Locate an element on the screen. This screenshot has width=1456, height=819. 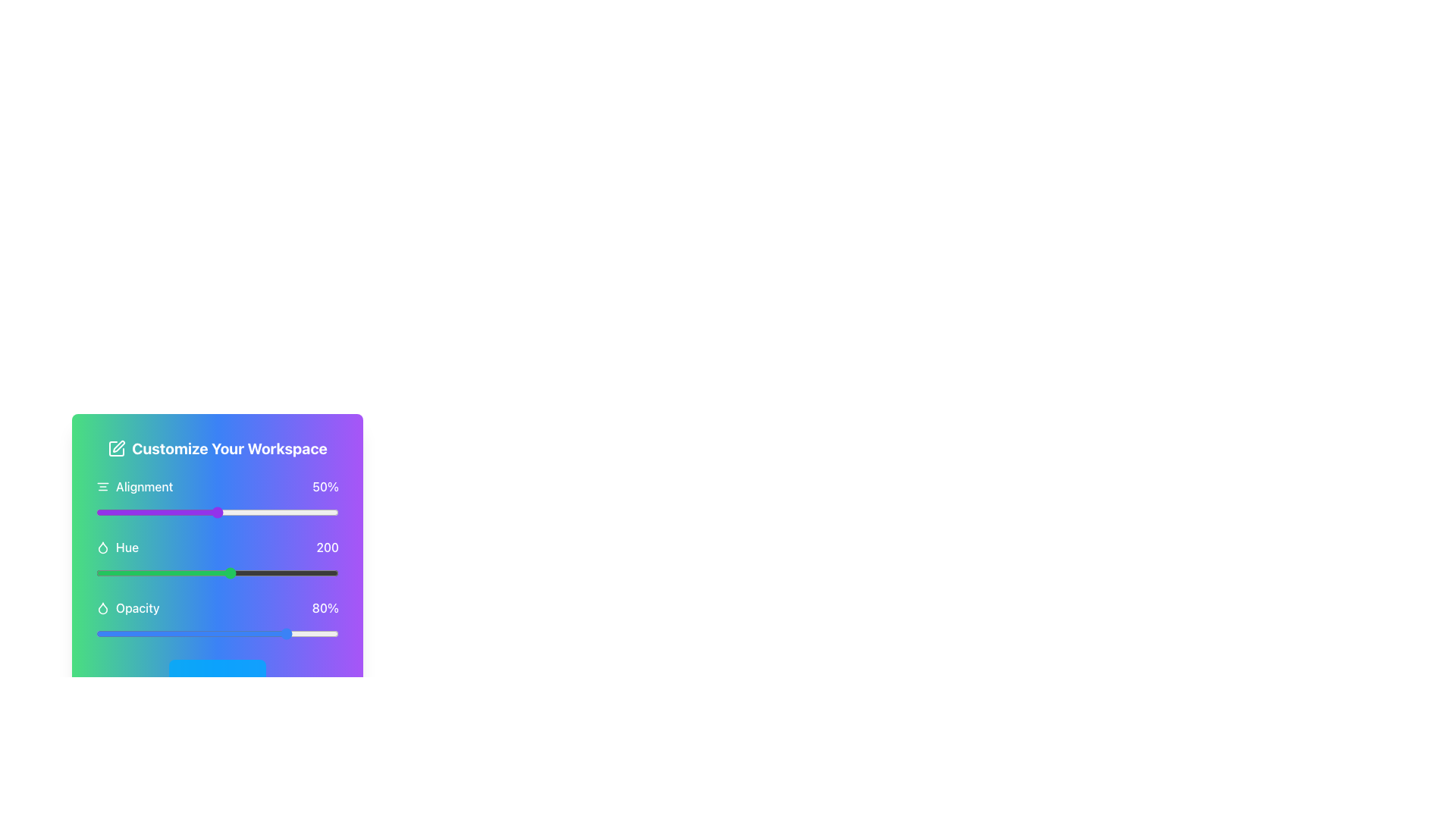
the pencil icon within the square outline, which is located to the left of the title 'Customize Your Workspace' is located at coordinates (116, 447).